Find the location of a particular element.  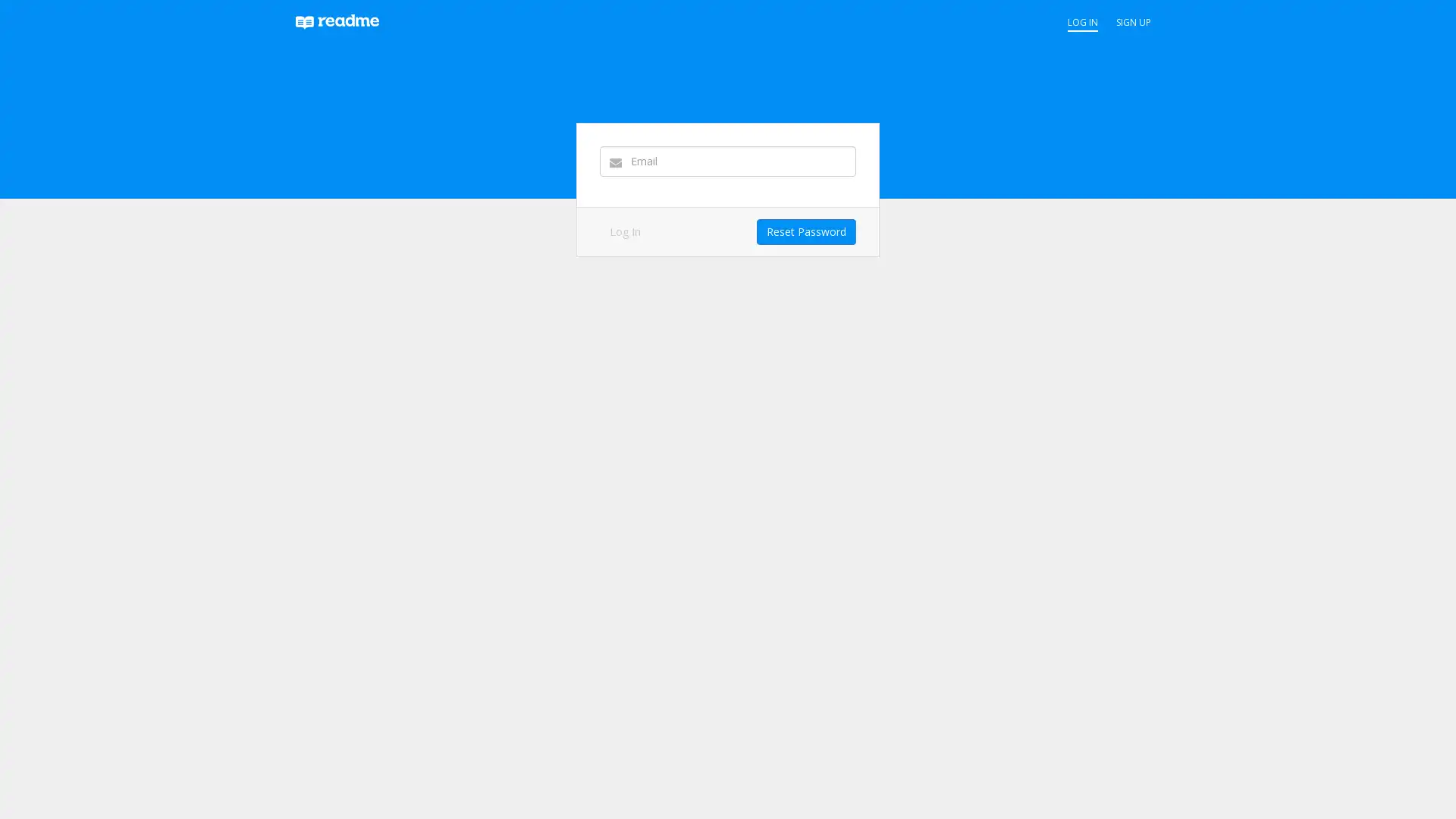

Reset Password is located at coordinates (805, 231).